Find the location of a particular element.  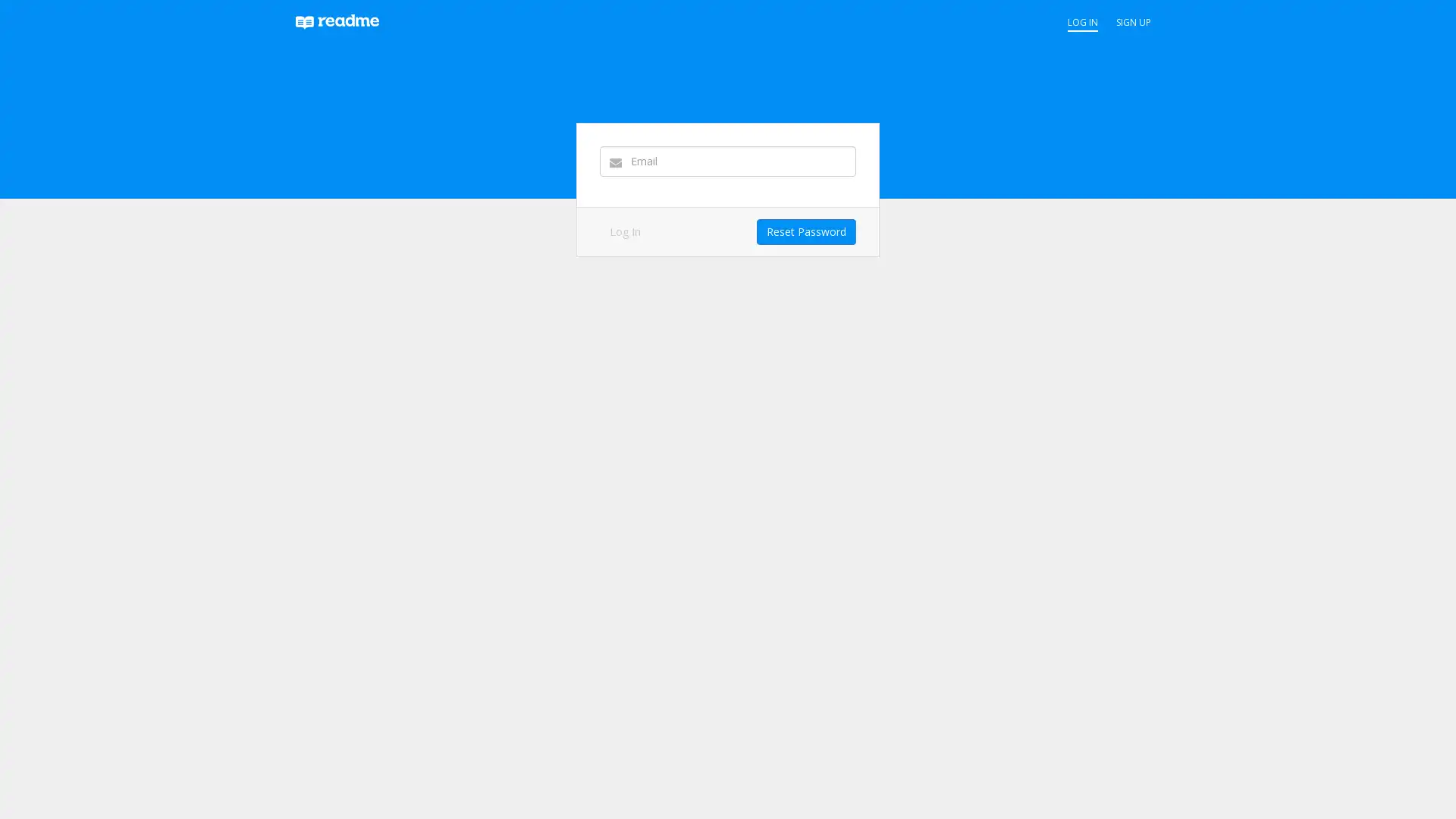

Reset Password is located at coordinates (805, 231).